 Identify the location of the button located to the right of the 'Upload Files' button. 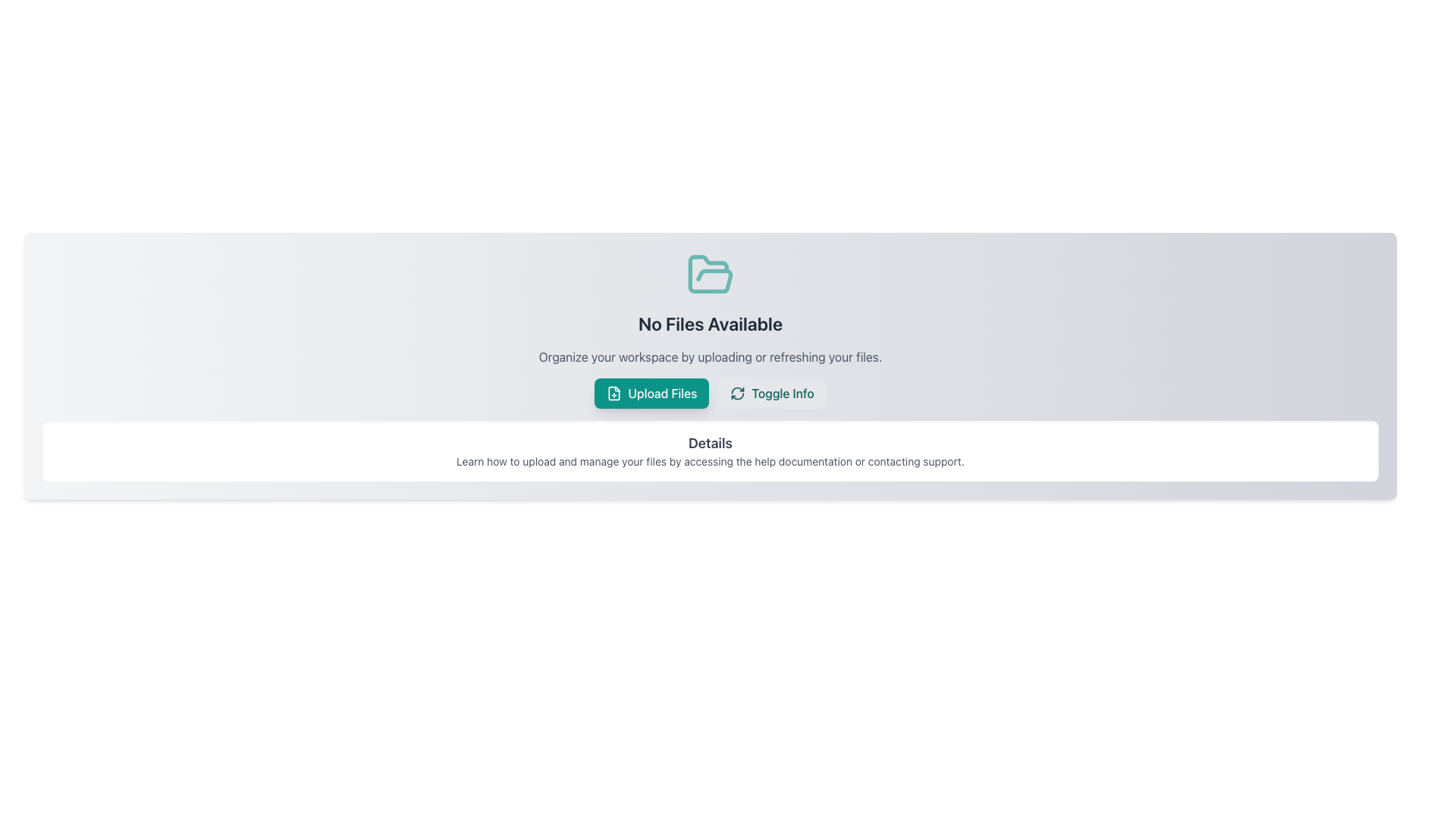
(772, 393).